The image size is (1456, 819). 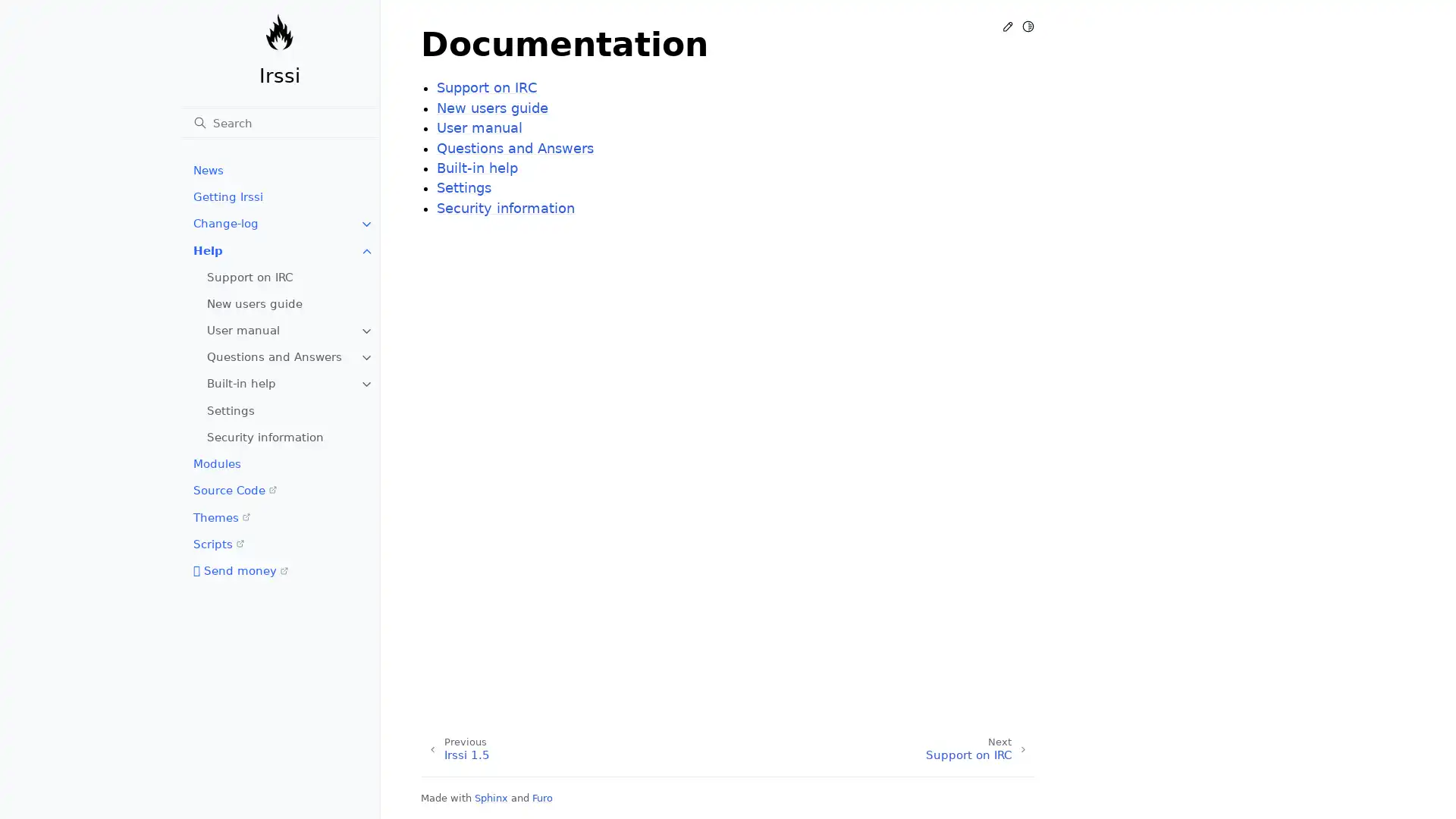 I want to click on Toggle Light / Dark / Auto color theme, so click(x=1028, y=26).